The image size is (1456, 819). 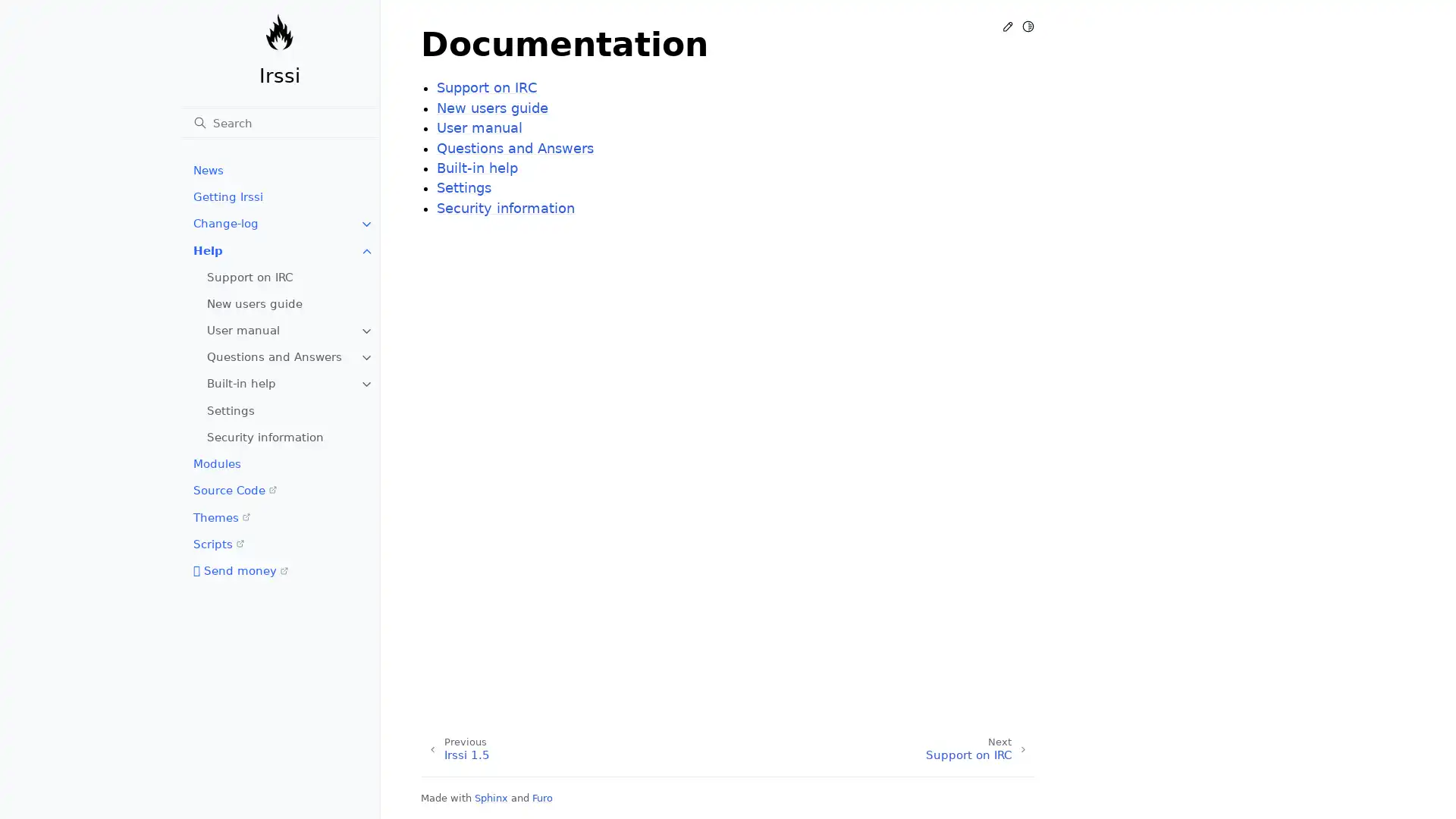 I want to click on Toggle Light / Dark / Auto color theme, so click(x=1028, y=26).